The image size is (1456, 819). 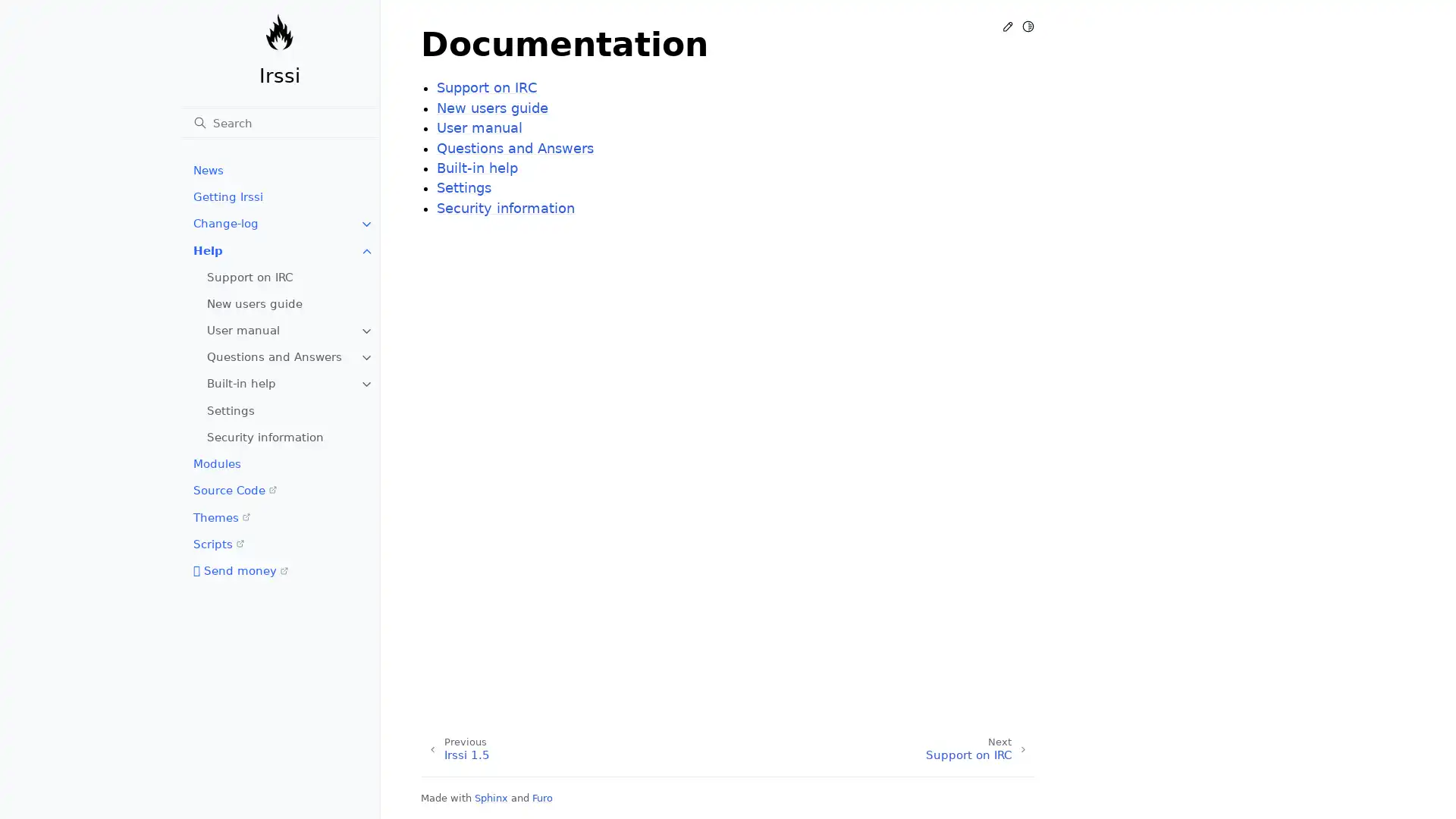 I want to click on Toggle Light / Dark / Auto color theme, so click(x=1028, y=26).